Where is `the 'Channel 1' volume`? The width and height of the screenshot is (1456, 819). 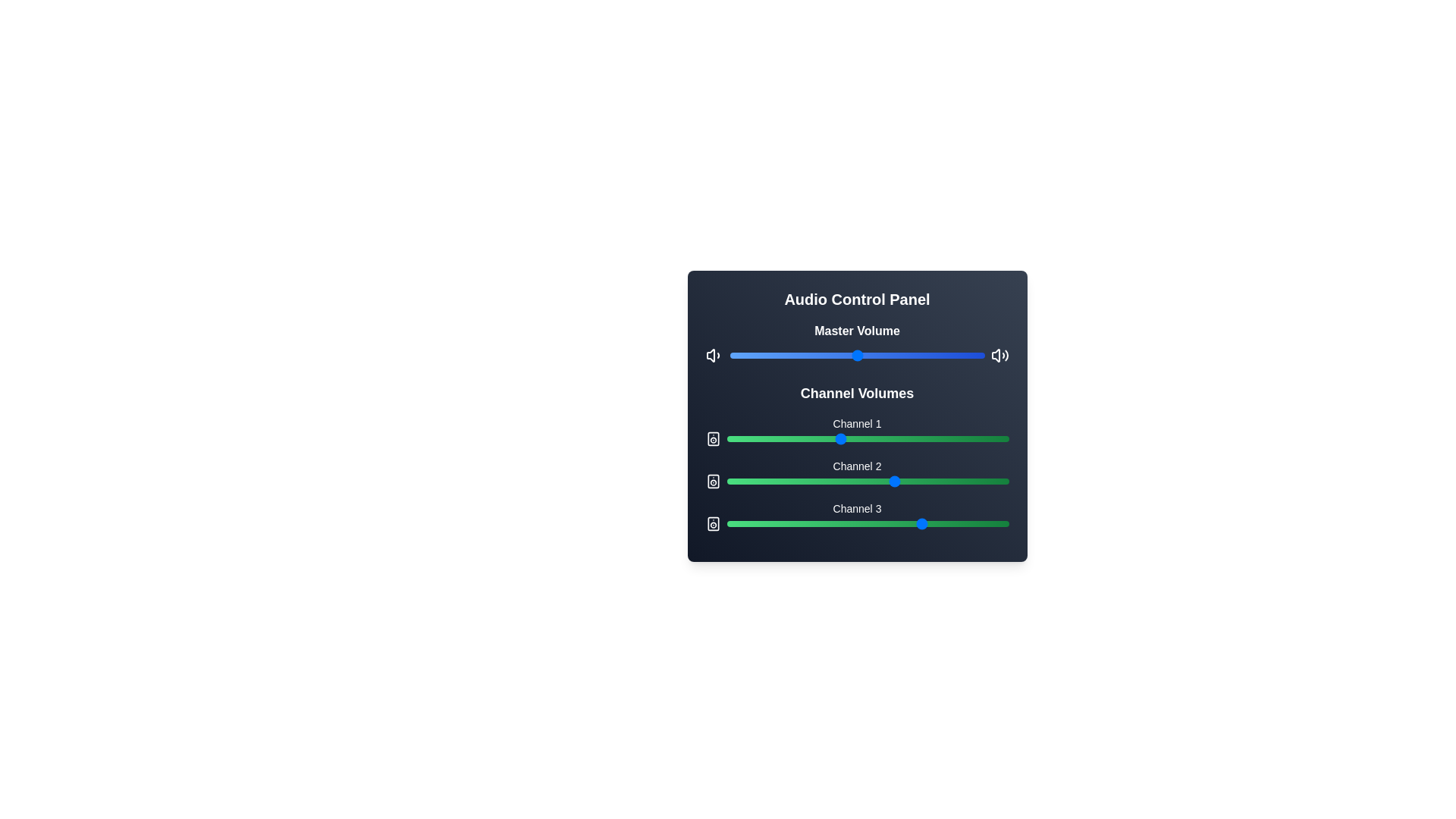 the 'Channel 1' volume is located at coordinates (735, 438).